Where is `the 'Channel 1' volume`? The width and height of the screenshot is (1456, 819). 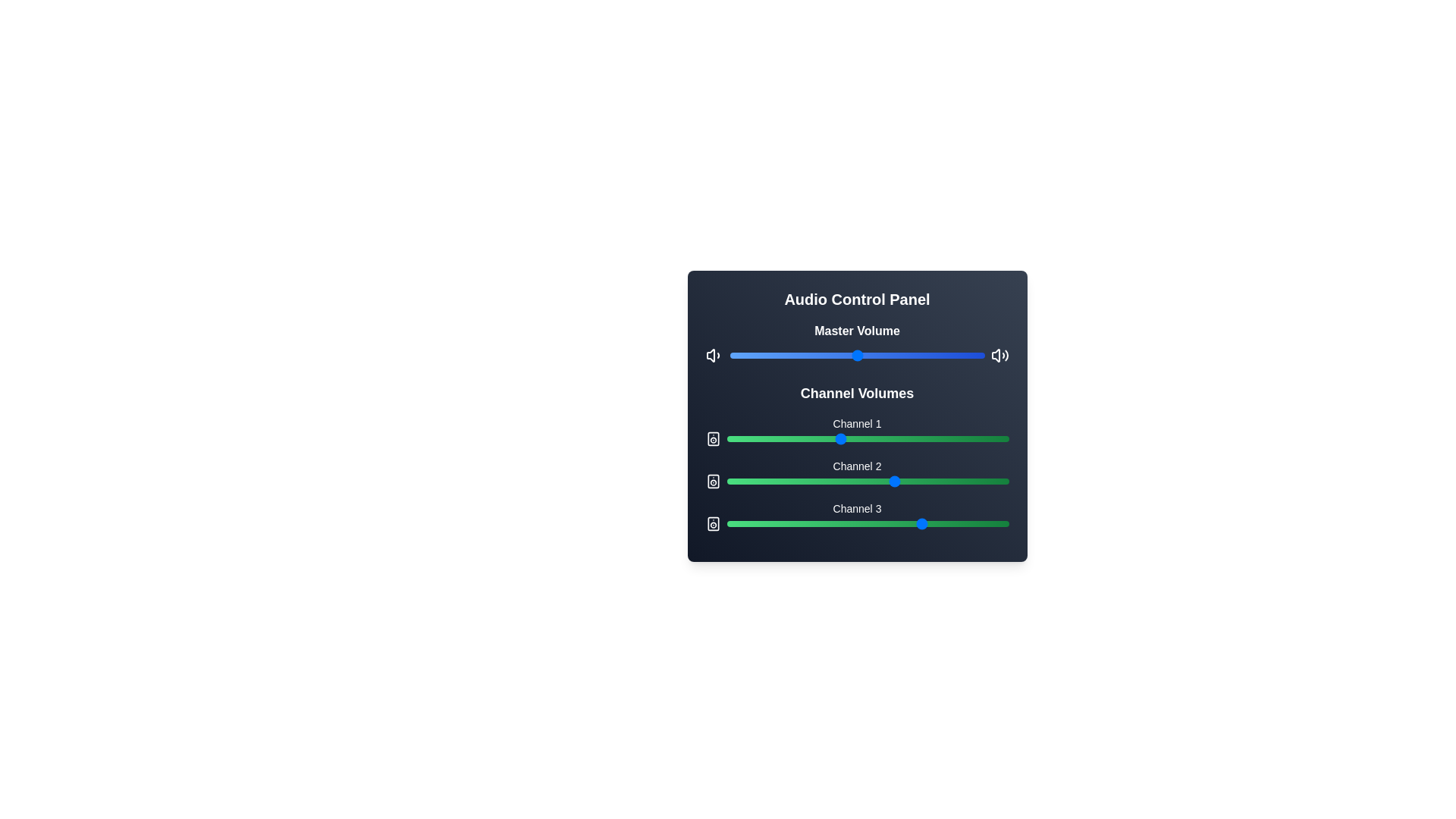 the 'Channel 1' volume is located at coordinates (735, 438).